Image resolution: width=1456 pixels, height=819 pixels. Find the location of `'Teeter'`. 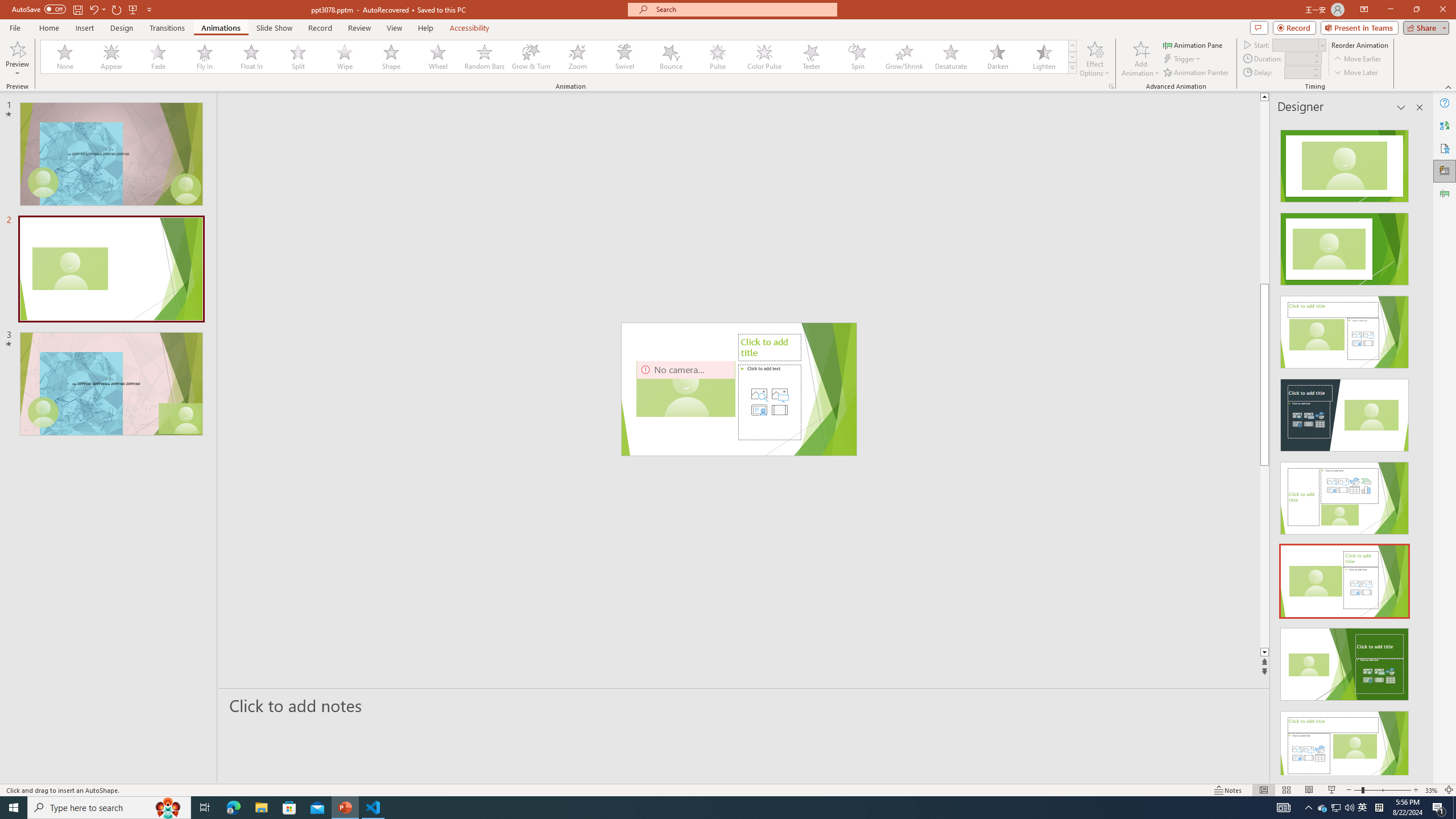

'Teeter' is located at coordinates (810, 56).